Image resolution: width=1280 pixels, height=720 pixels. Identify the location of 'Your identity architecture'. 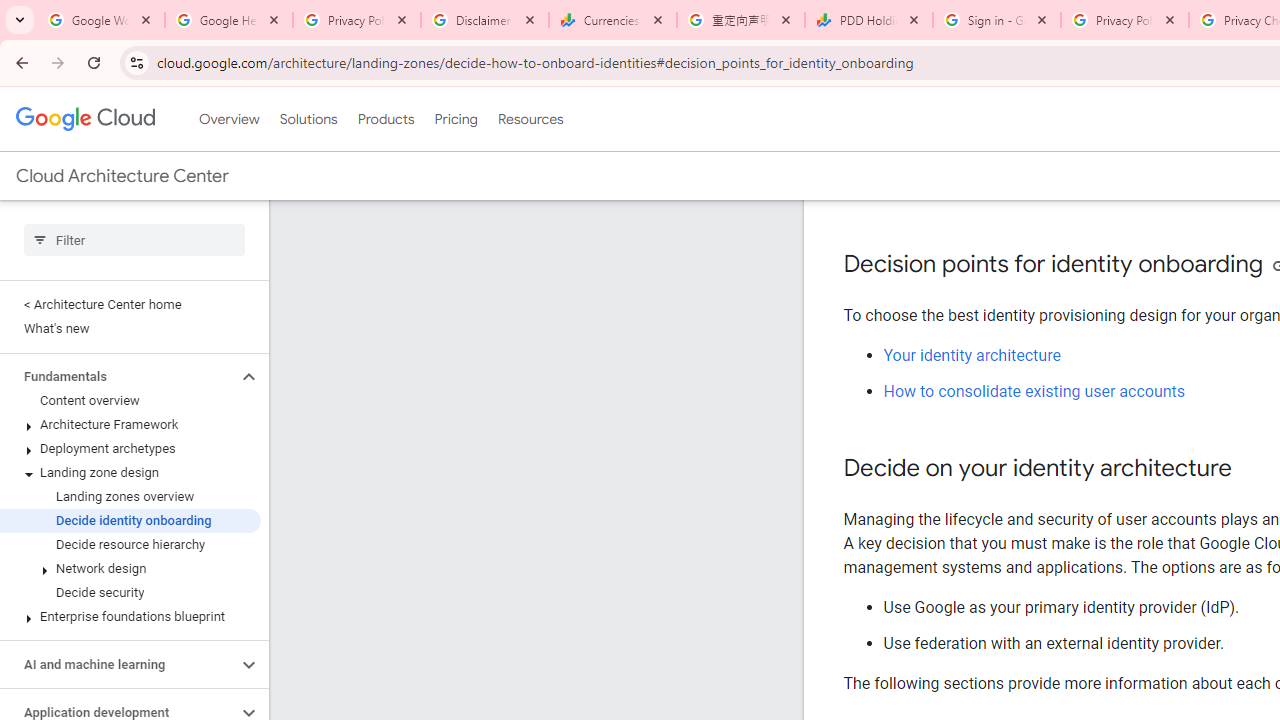
(972, 354).